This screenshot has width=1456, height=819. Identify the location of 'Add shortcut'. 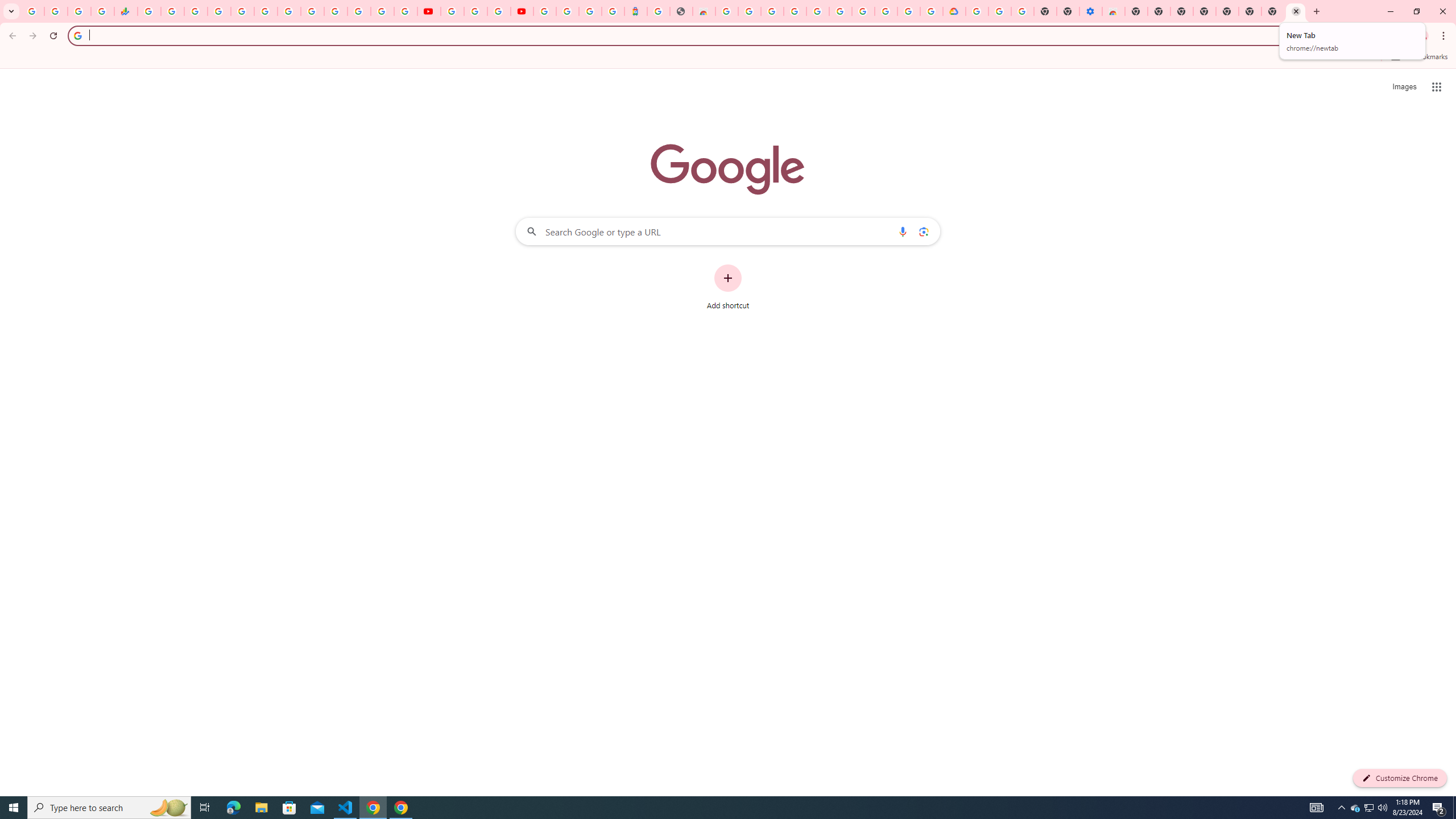
(728, 287).